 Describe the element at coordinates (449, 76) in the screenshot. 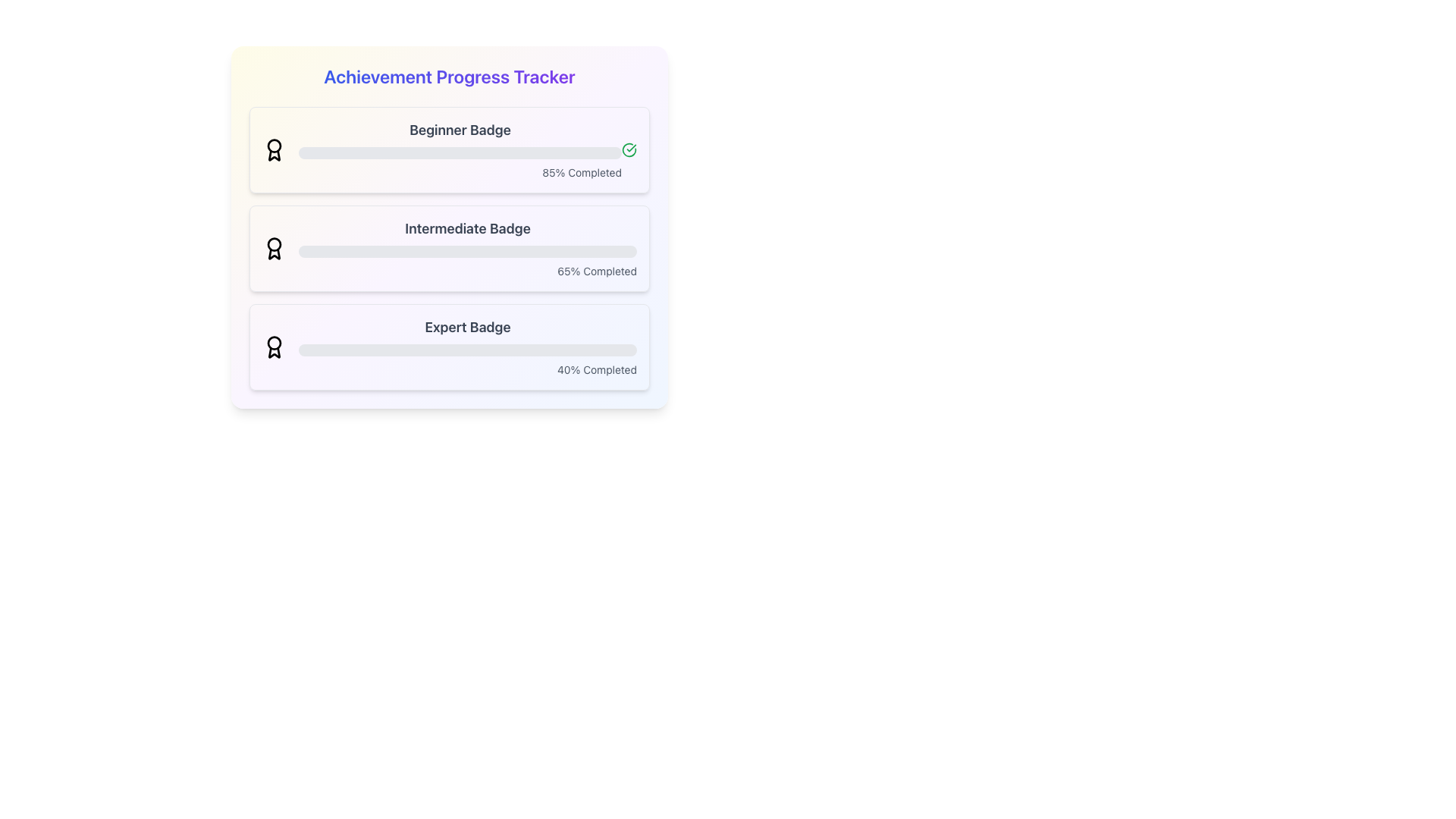

I see `the text header that reads 'Achievement Progress Tracker', styled with a gradient from blue to purple and displayed in a bold, large font` at that location.